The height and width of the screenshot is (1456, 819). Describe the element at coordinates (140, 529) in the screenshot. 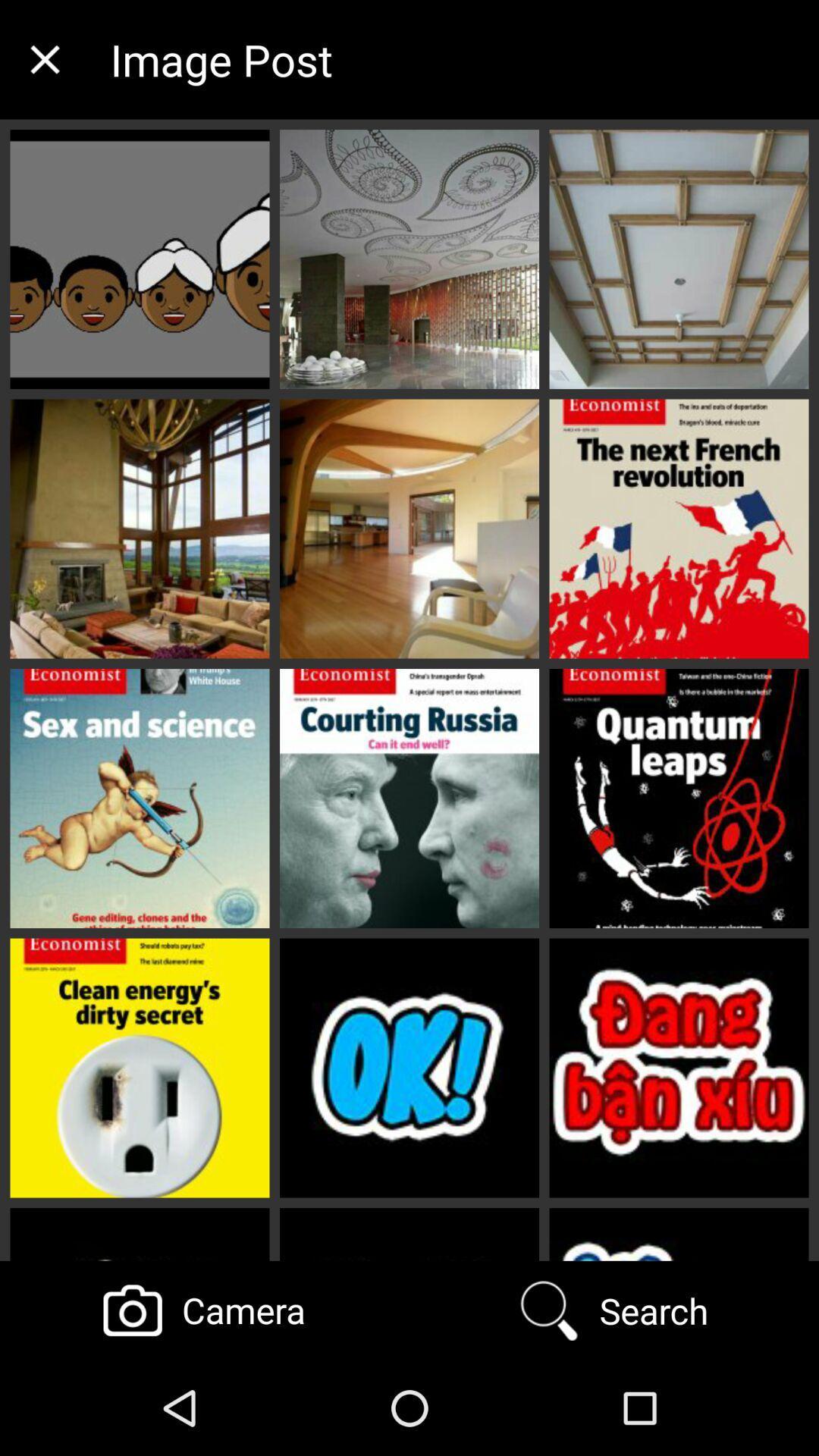

I see `the 2nd image below the close button on the web page` at that location.